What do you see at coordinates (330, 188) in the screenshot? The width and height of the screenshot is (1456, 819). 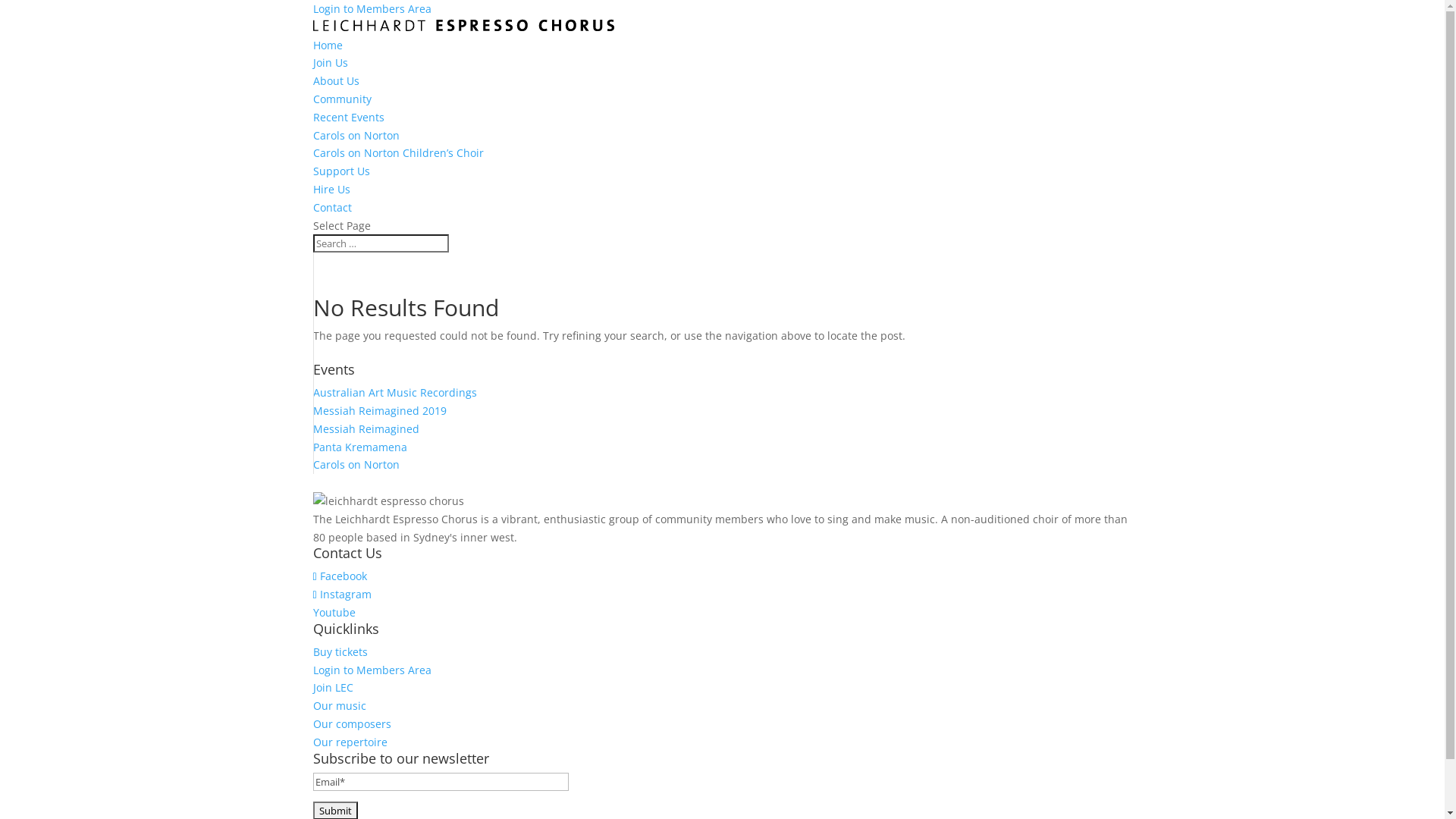 I see `'Hire Us'` at bounding box center [330, 188].